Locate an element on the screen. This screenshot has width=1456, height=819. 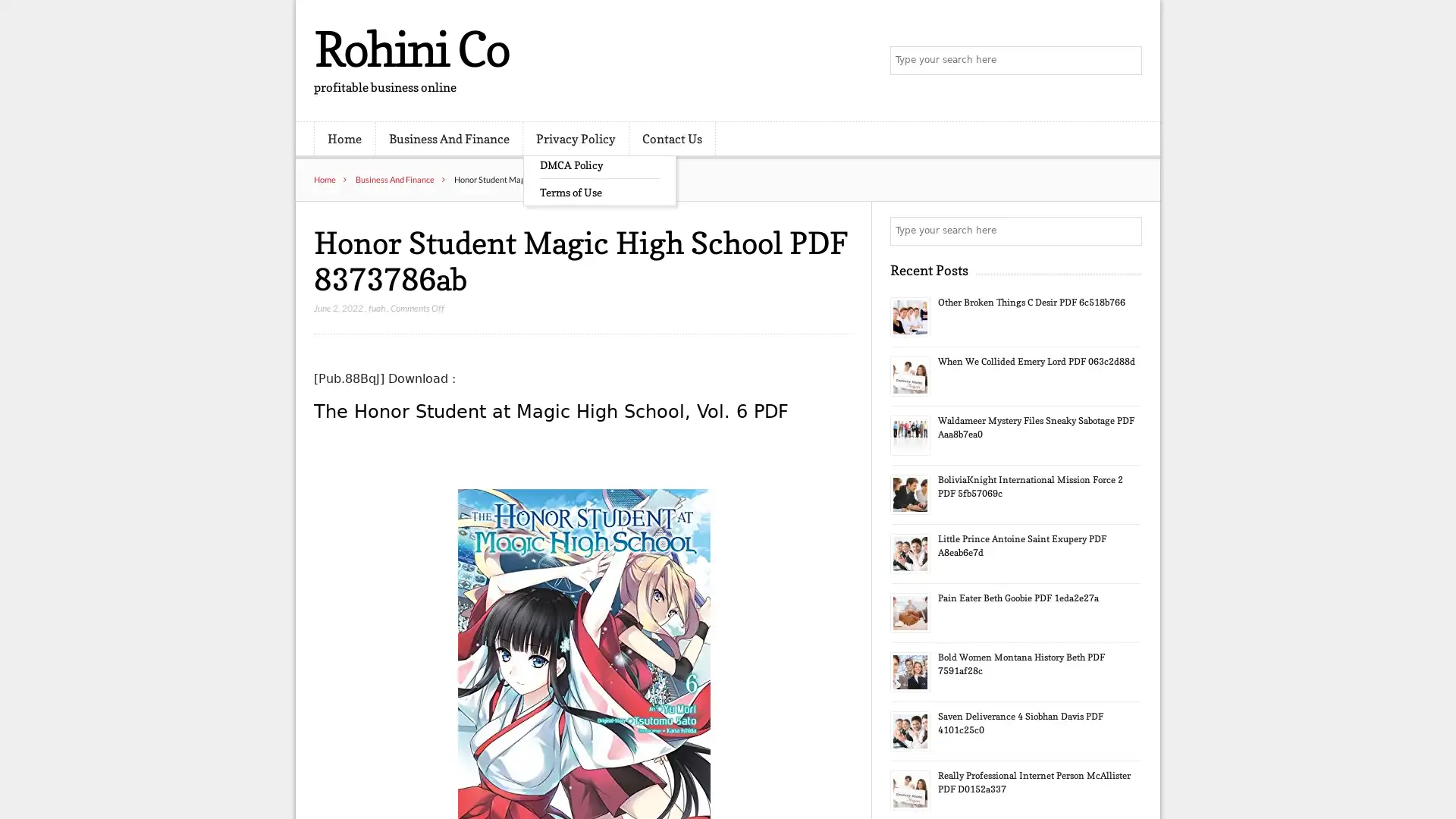
Search is located at coordinates (1126, 61).